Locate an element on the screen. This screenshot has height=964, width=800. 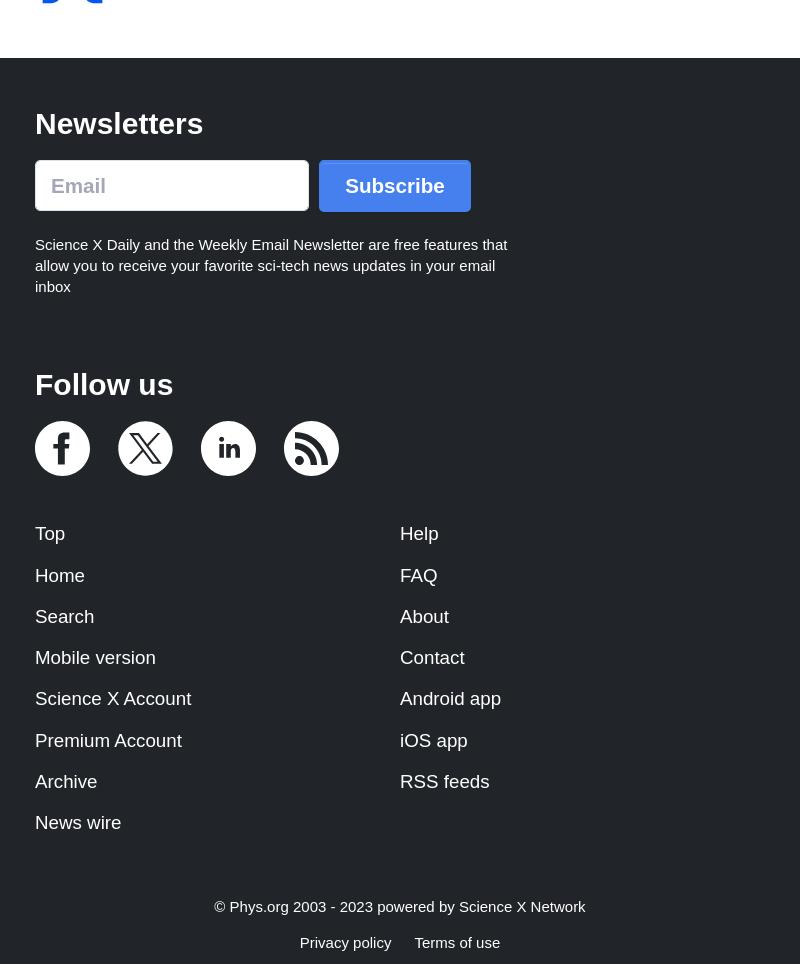
'Subscribe' is located at coordinates (393, 184).